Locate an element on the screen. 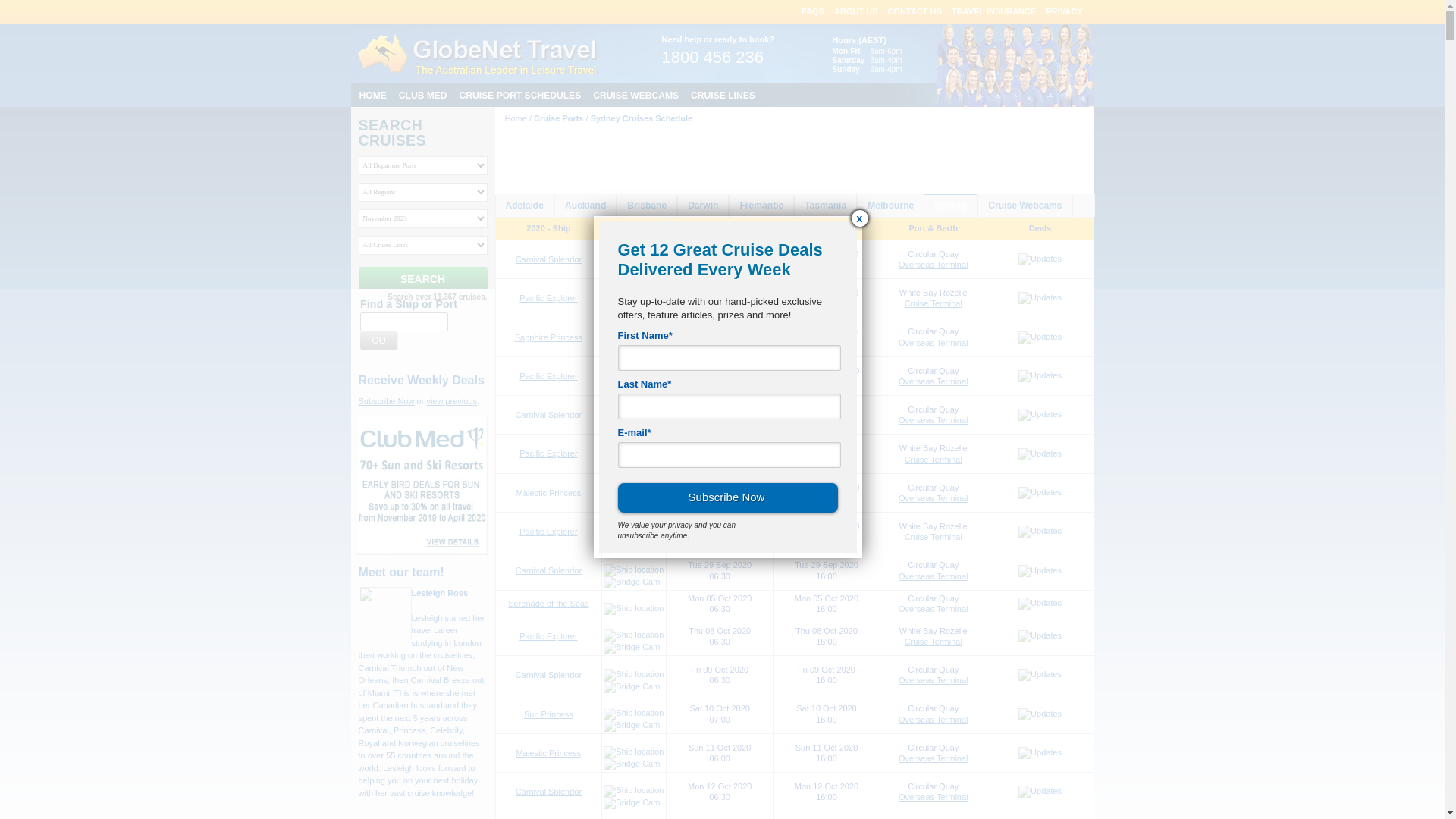  'Ship location' is located at coordinates (633, 607).